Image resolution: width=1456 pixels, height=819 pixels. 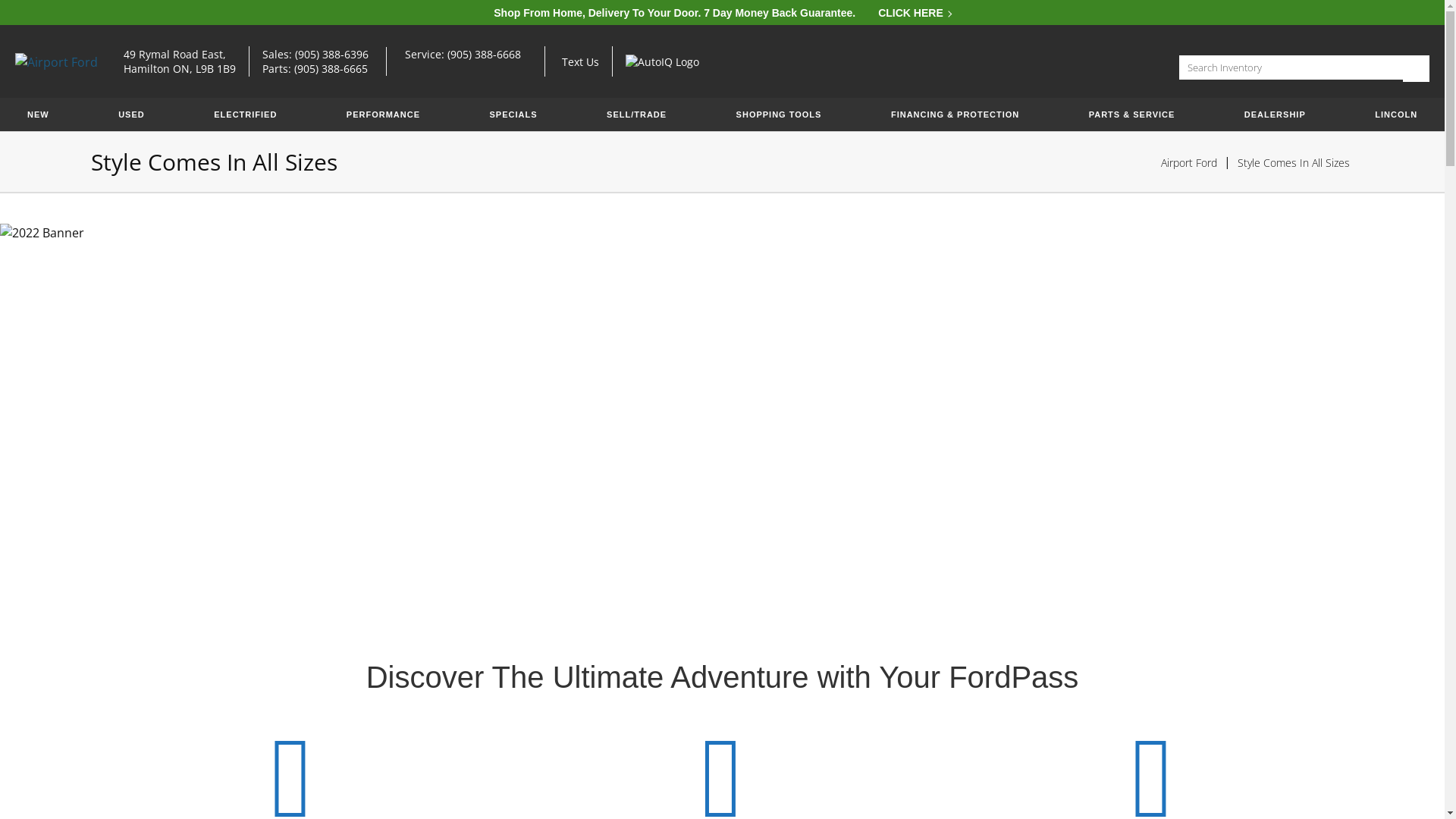 What do you see at coordinates (1395, 114) in the screenshot?
I see `'LINCOLN'` at bounding box center [1395, 114].